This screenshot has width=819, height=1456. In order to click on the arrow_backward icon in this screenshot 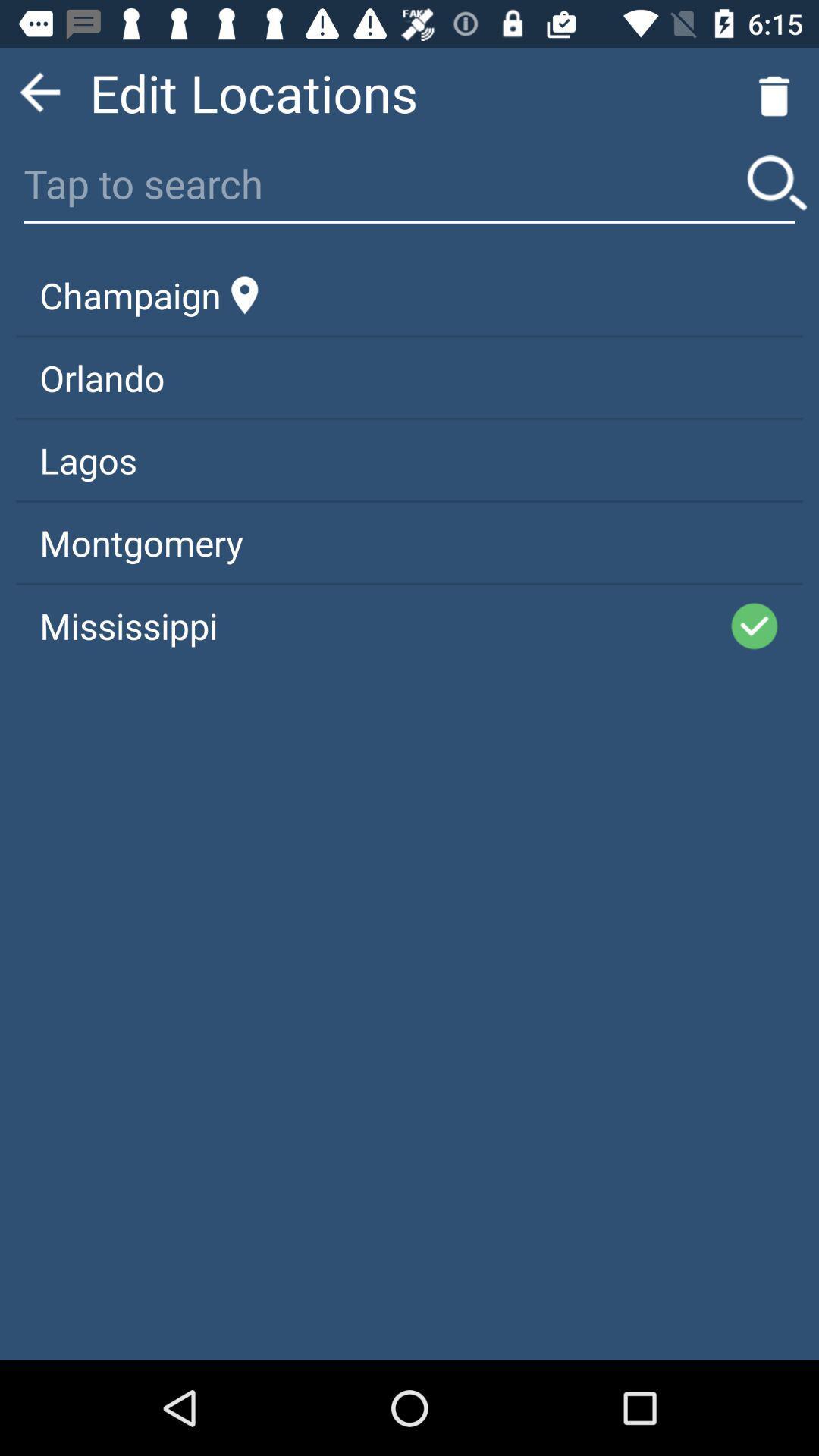, I will do `click(39, 98)`.